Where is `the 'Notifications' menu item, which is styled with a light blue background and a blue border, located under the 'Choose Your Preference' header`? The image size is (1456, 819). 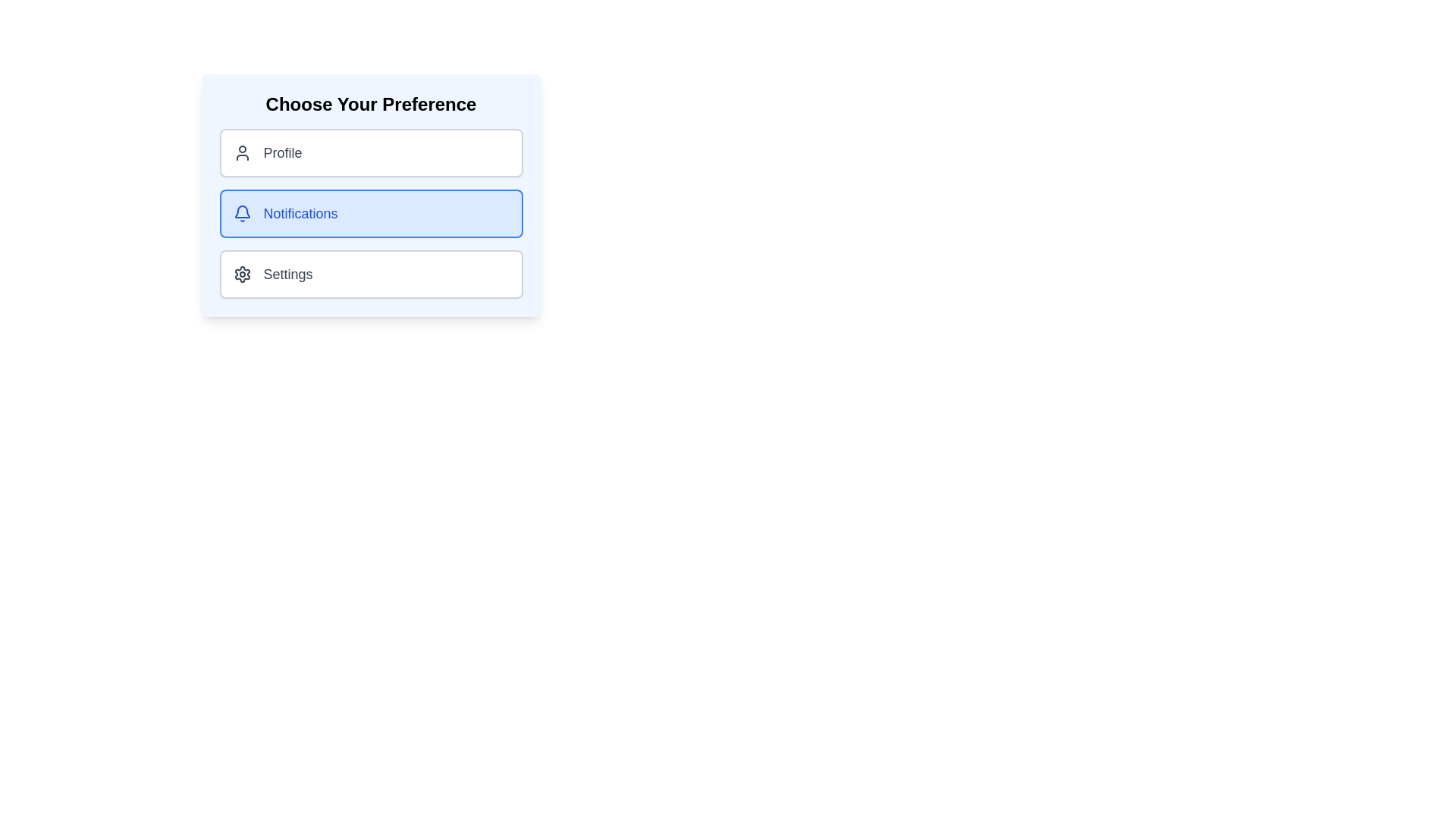 the 'Notifications' menu item, which is styled with a light blue background and a blue border, located under the 'Choose Your Preference' header is located at coordinates (371, 195).